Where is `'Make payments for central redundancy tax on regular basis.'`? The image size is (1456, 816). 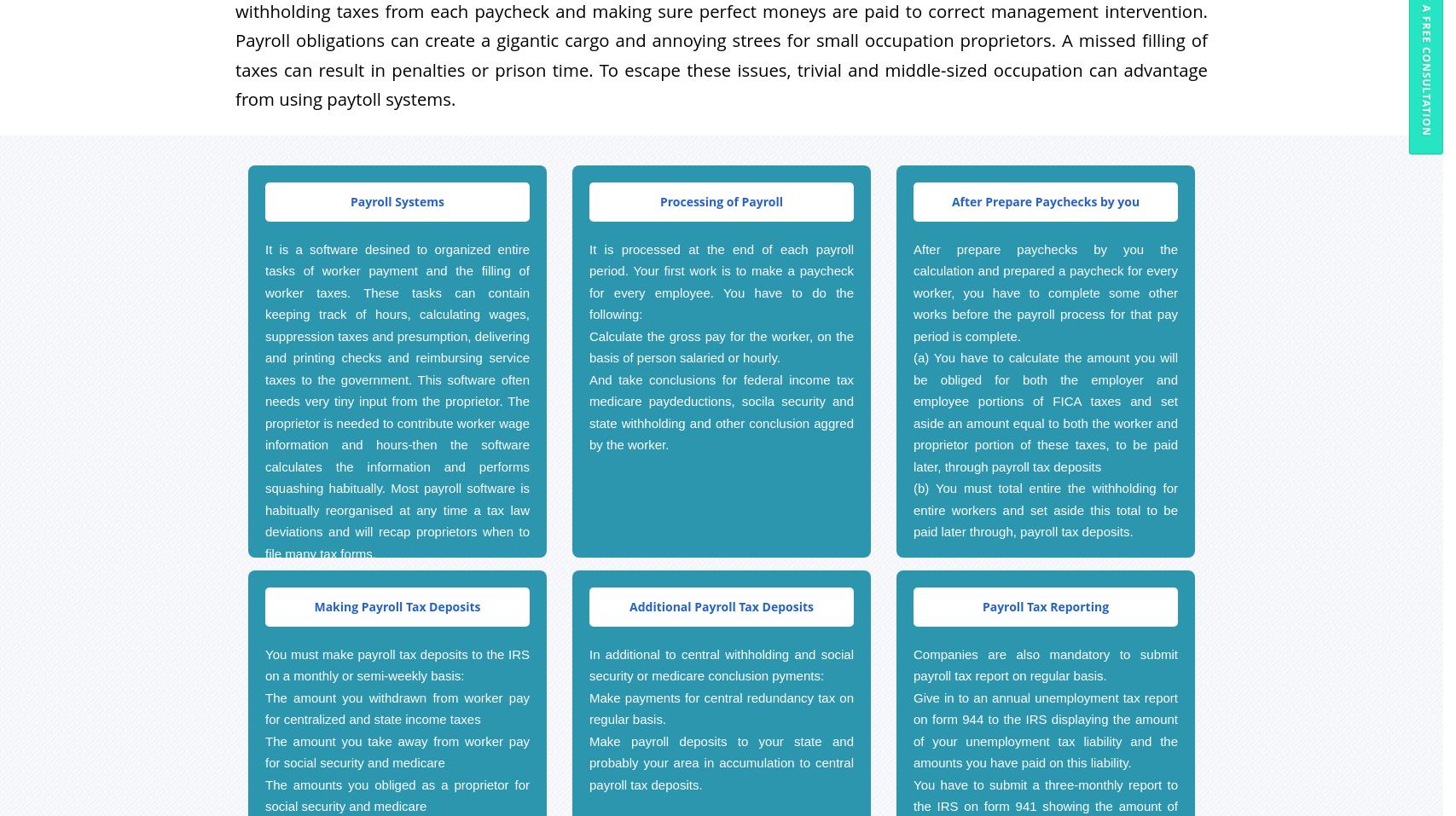
'Make payments for central redundancy tax on regular basis.' is located at coordinates (721, 707).